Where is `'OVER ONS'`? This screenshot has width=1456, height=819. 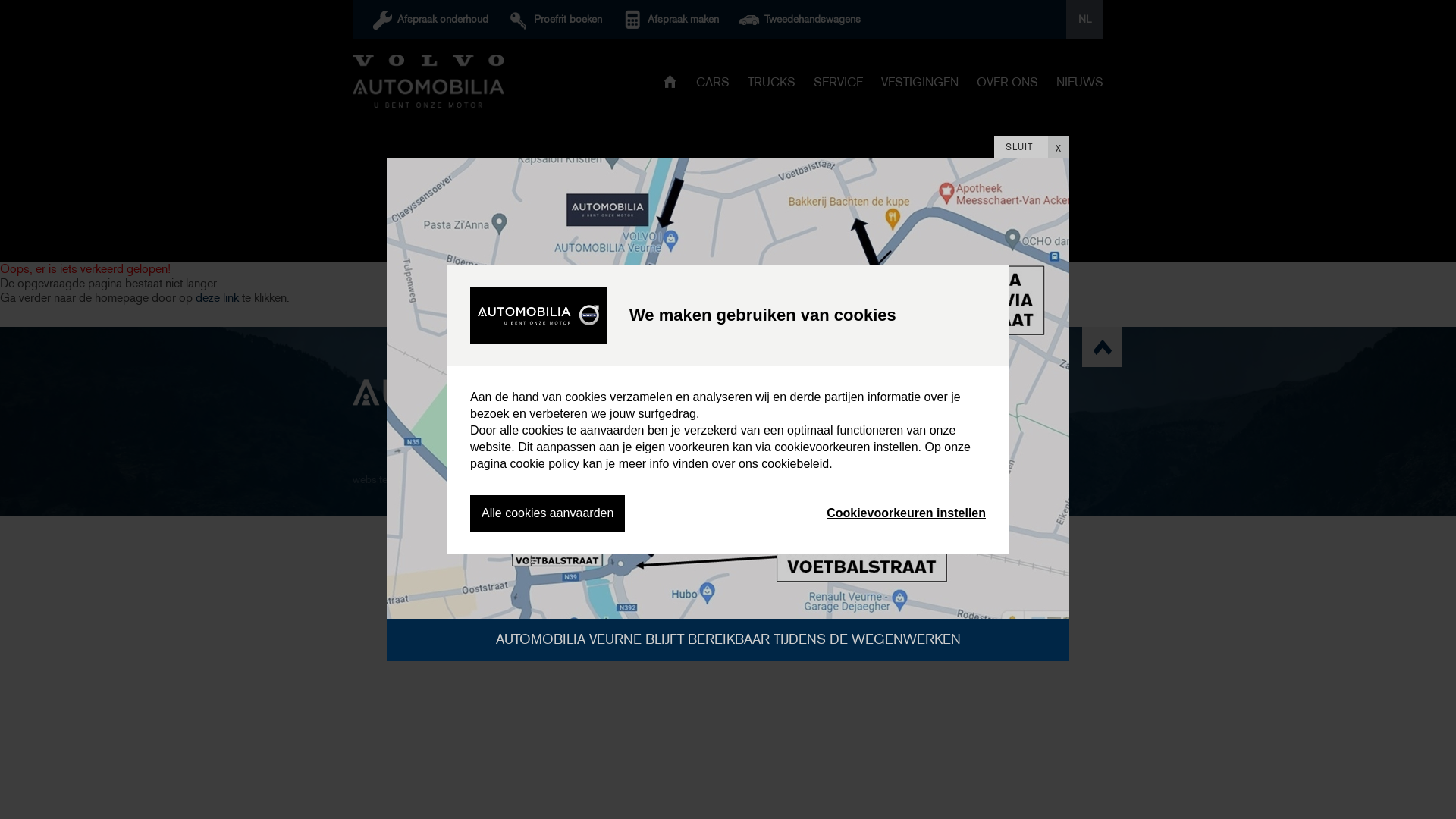 'OVER ONS' is located at coordinates (1007, 85).